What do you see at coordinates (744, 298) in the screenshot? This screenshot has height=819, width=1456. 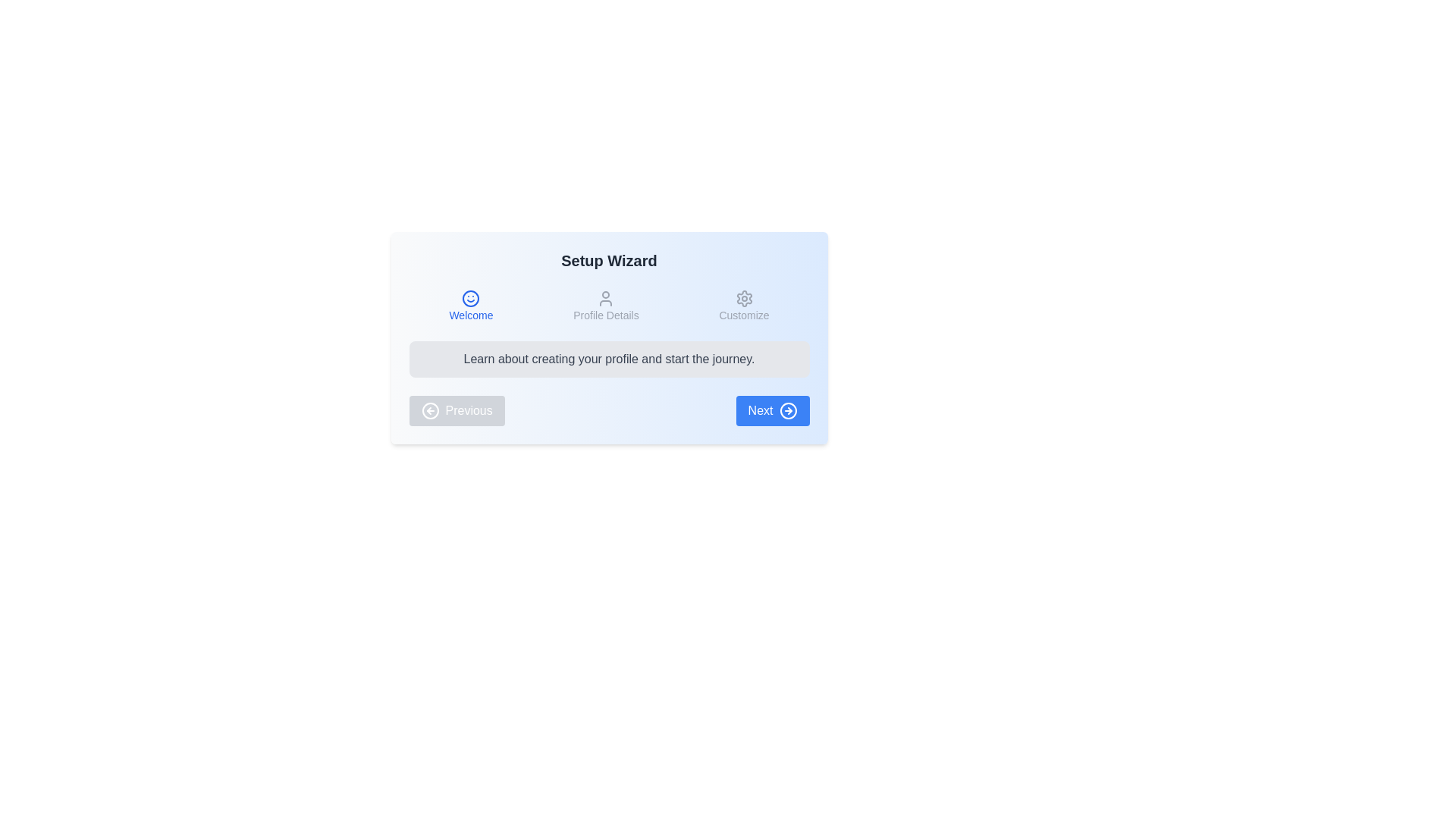 I see `the gear icon representing settings within the 'Customize' step of the navigation bar for additional context menu options` at bounding box center [744, 298].